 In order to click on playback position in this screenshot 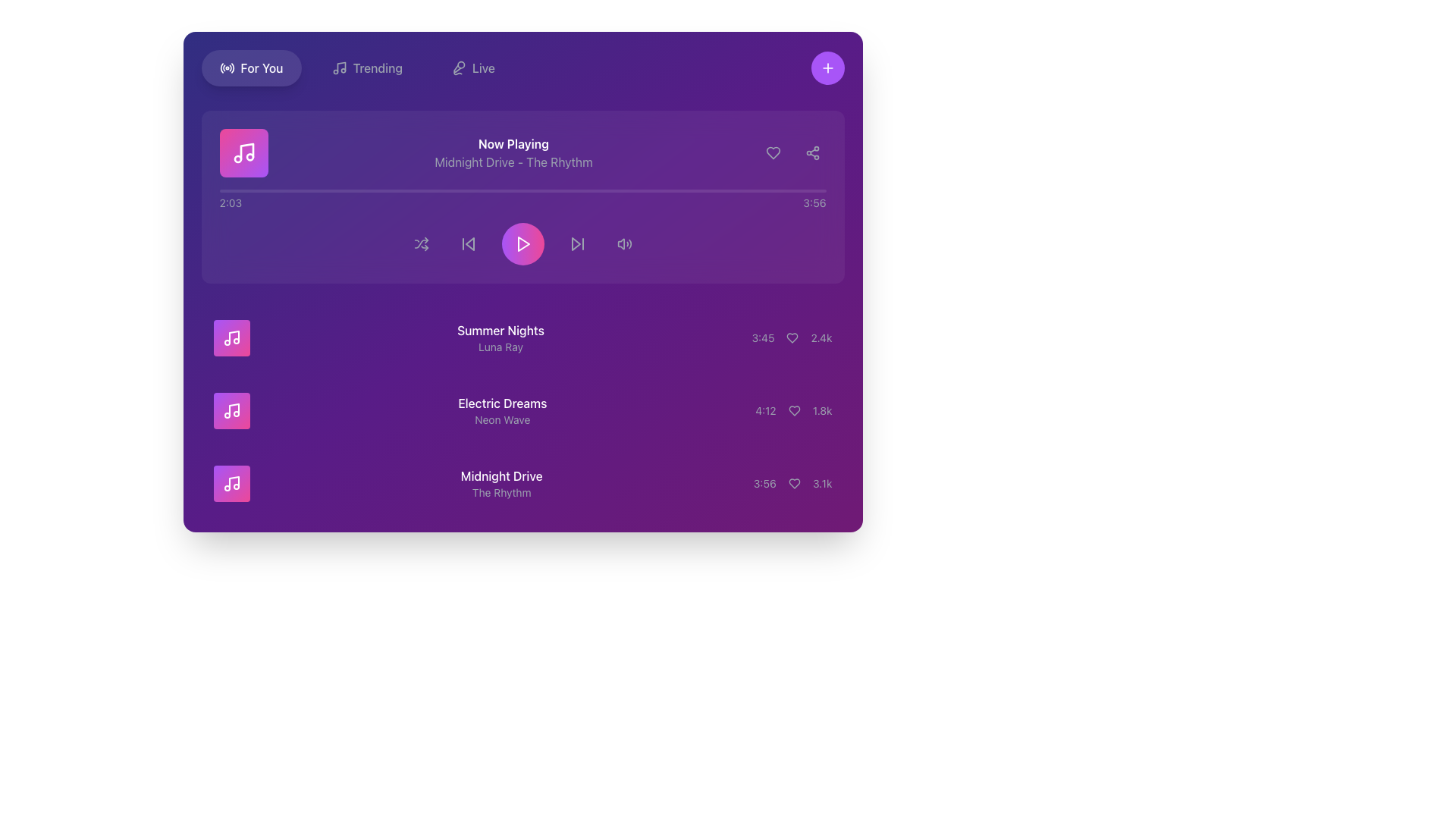, I will do `click(533, 190)`.